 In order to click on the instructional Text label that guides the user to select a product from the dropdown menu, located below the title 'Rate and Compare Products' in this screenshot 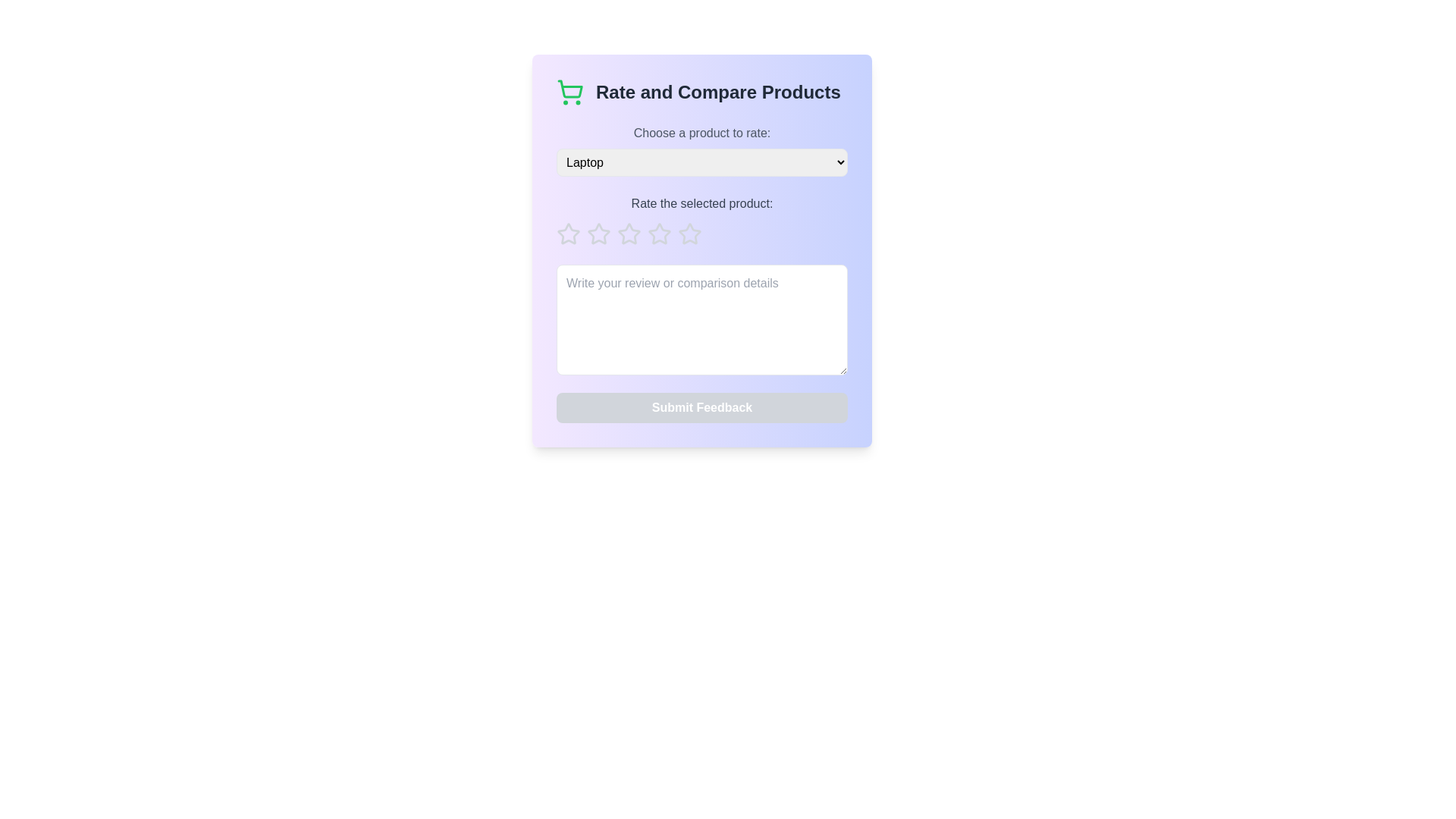, I will do `click(701, 133)`.